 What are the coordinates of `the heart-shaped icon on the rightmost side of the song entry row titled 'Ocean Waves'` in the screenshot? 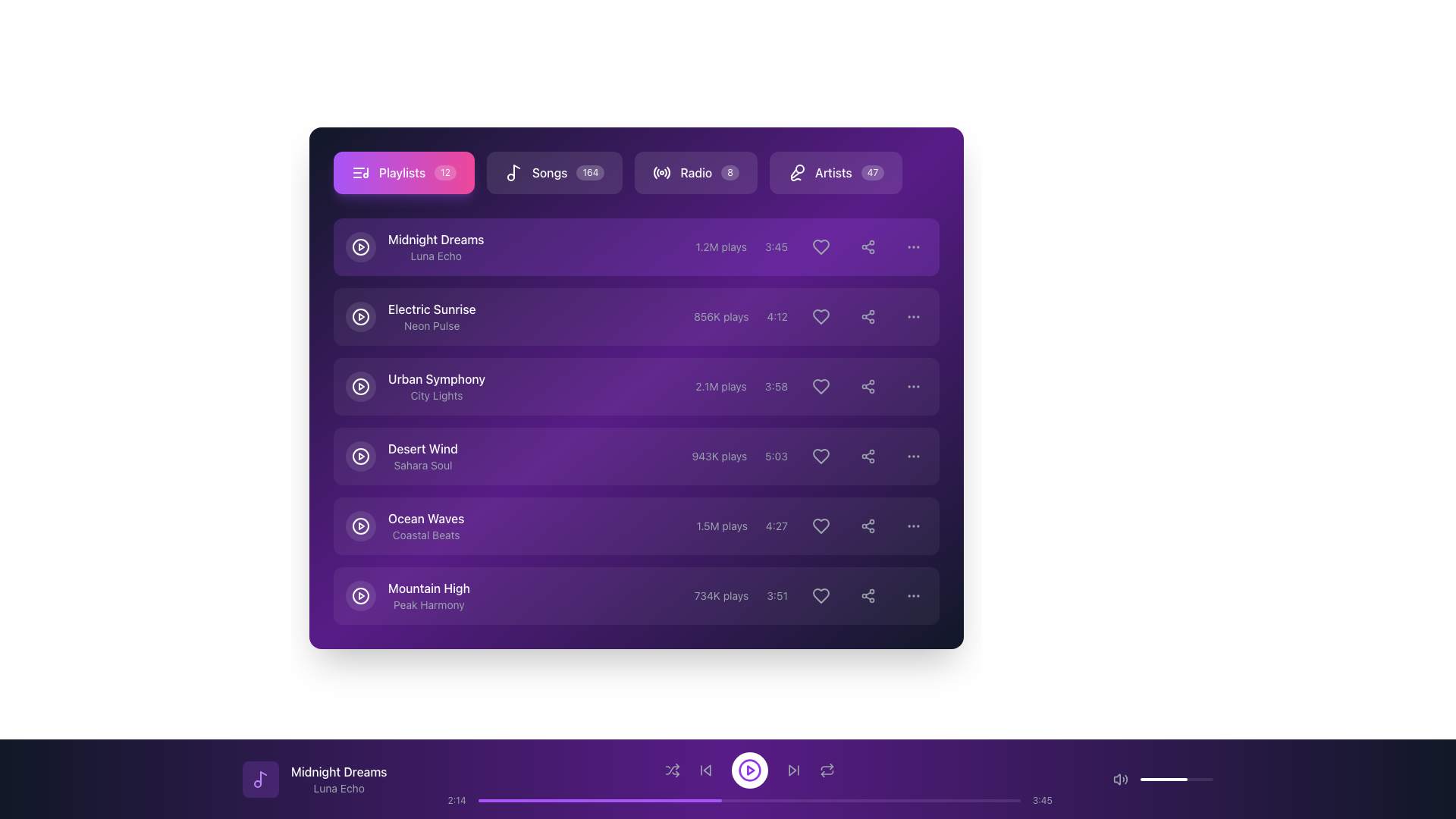 It's located at (821, 526).